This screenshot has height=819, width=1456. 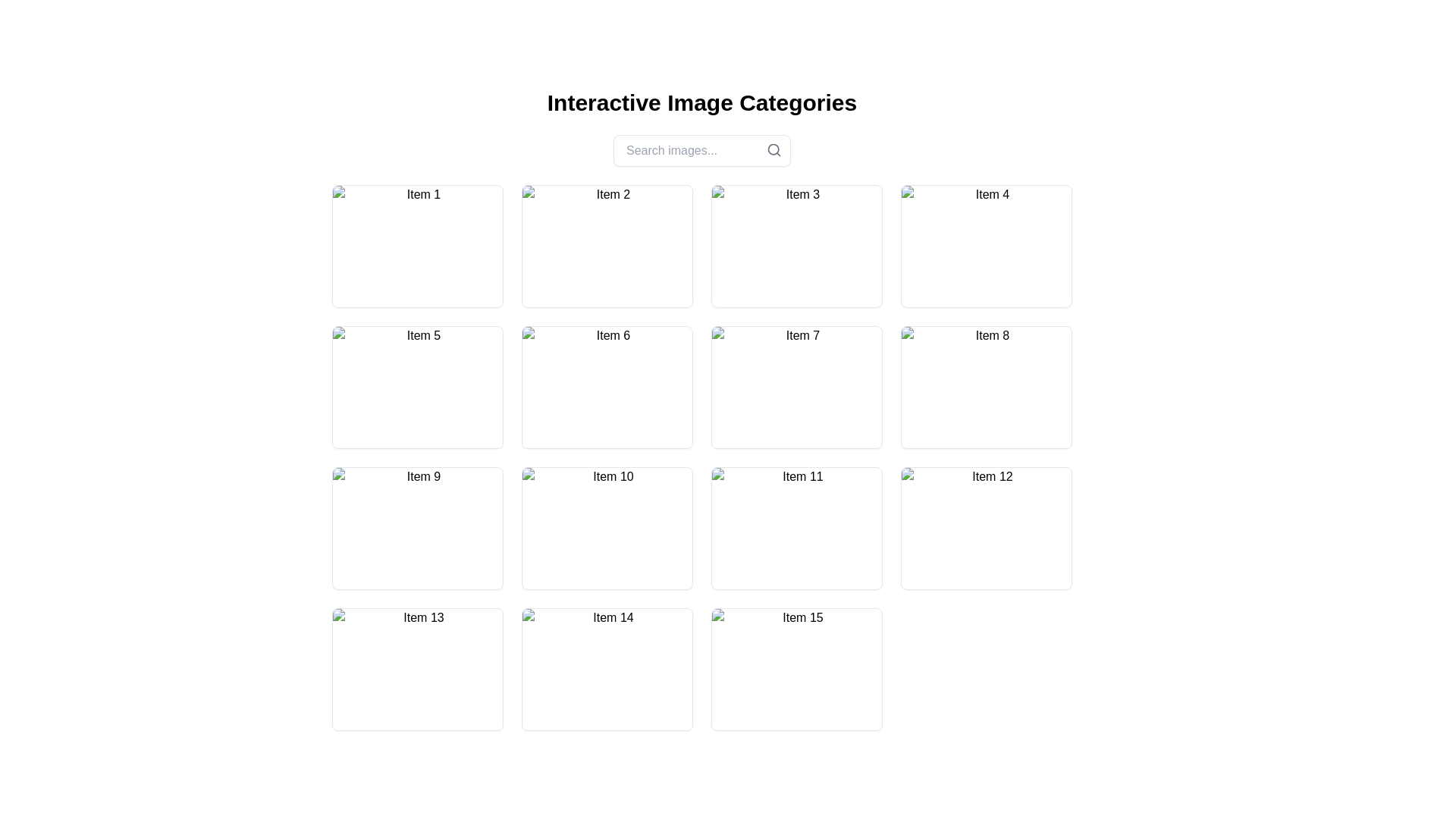 I want to click on the eighth card in the grid layout located in the second row, fourth column, so click(x=986, y=386).